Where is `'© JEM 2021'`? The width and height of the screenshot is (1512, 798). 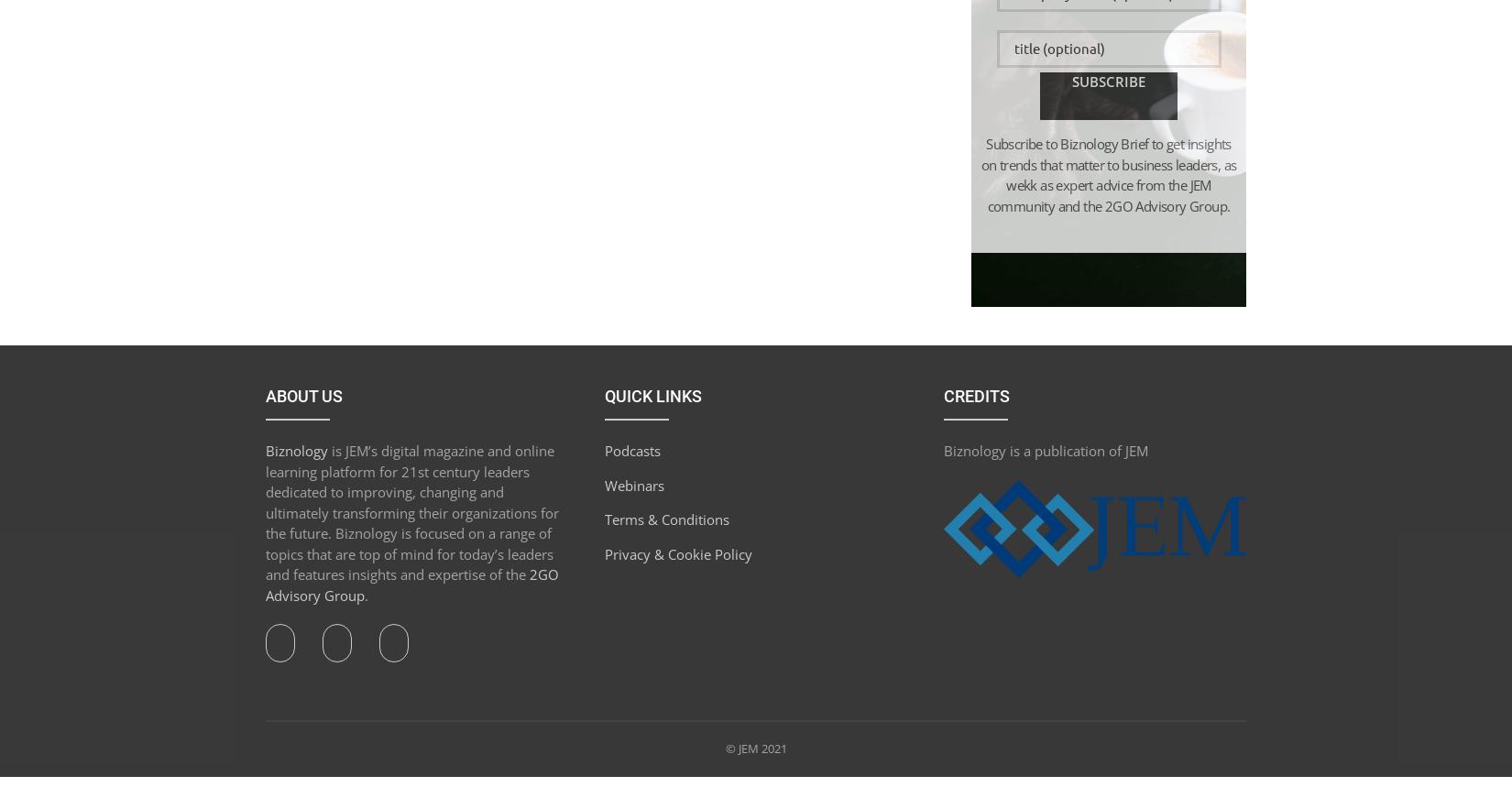 '© JEM 2021' is located at coordinates (754, 748).